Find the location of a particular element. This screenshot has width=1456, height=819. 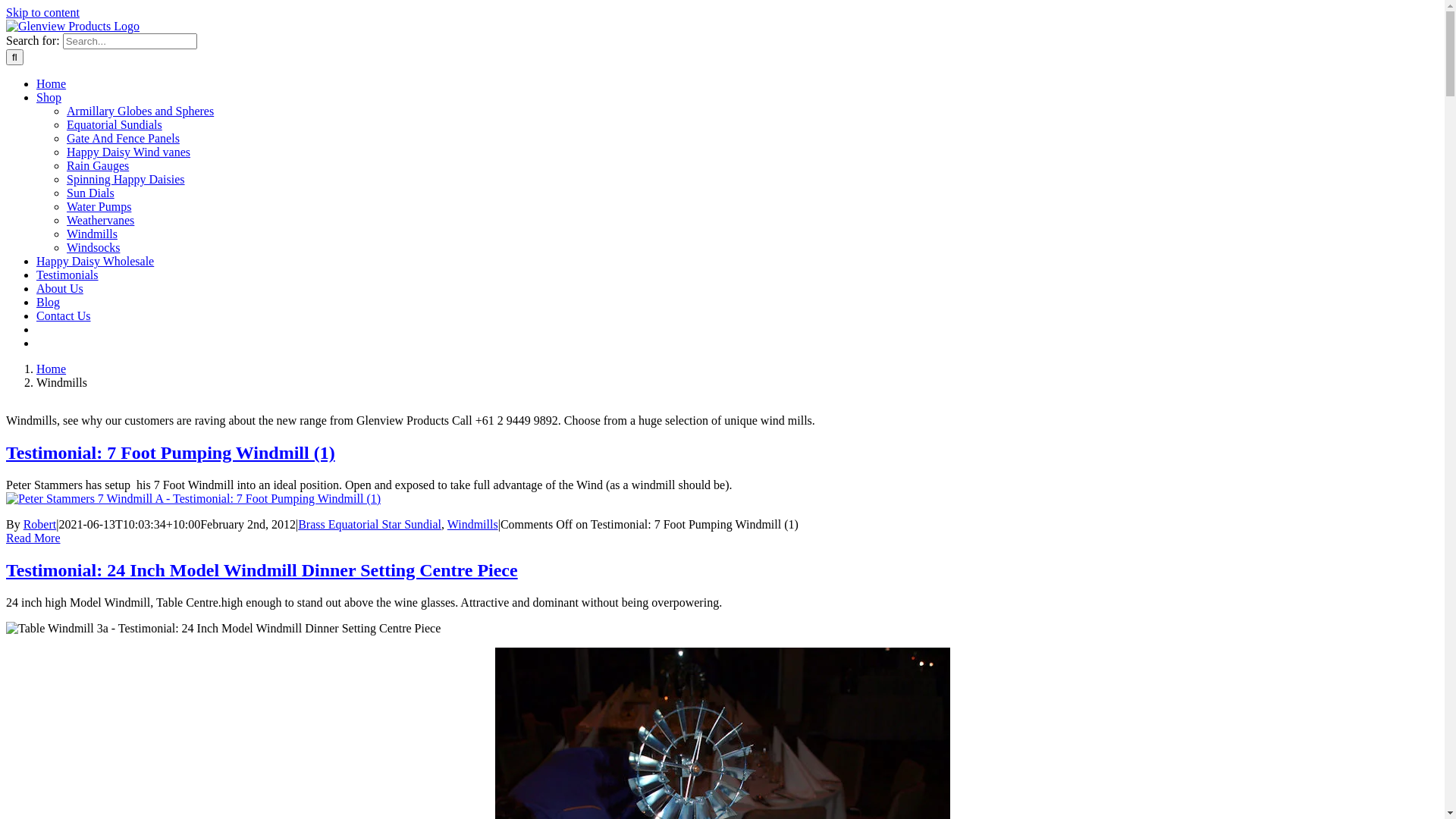

'Robert' is located at coordinates (23, 523).